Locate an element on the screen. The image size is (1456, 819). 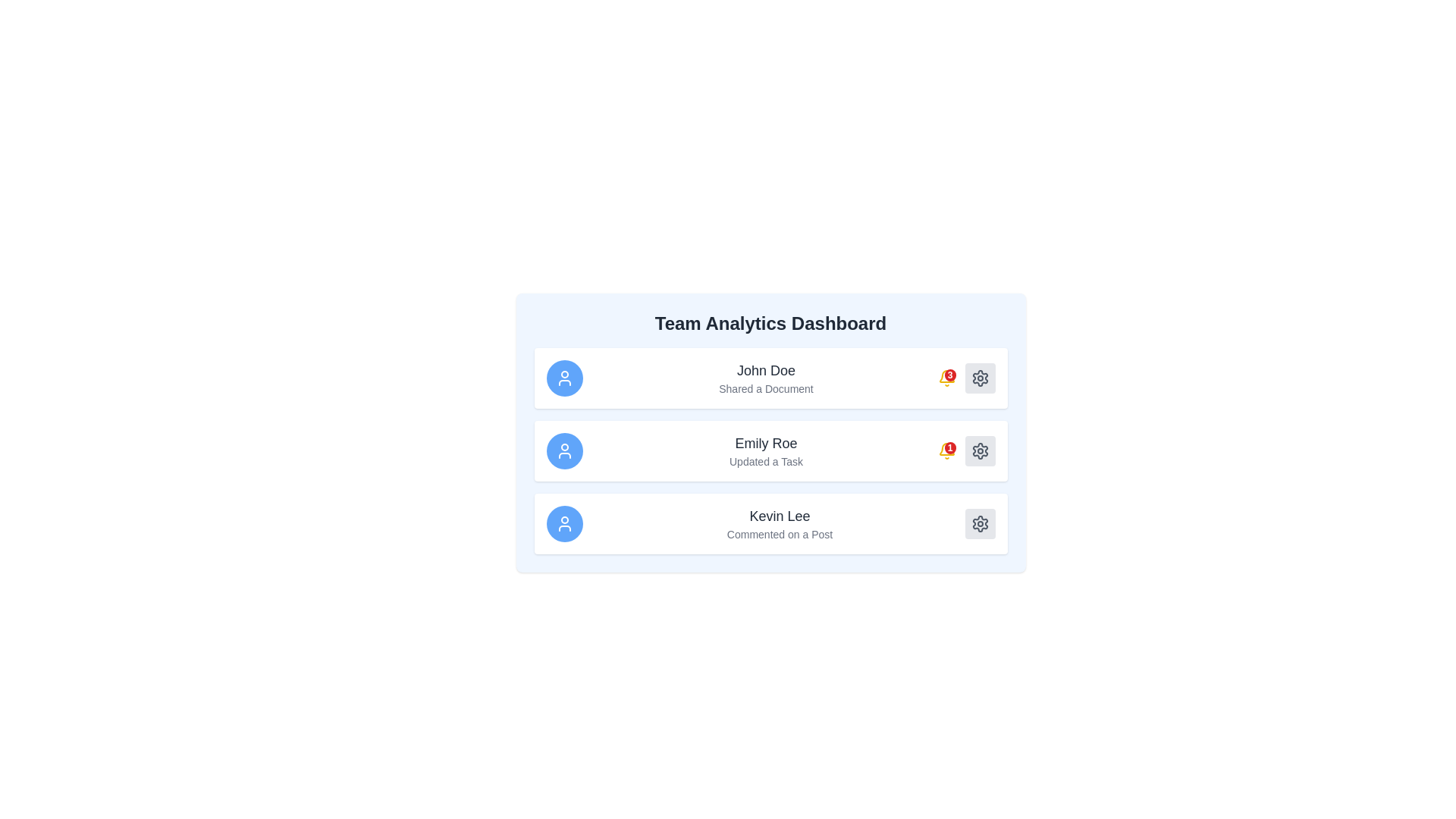
the activity log element displaying 'Emily Roe' and 'Updated a Task', which is positioned centrally in the middle row of the activity list on the dashboard is located at coordinates (766, 450).